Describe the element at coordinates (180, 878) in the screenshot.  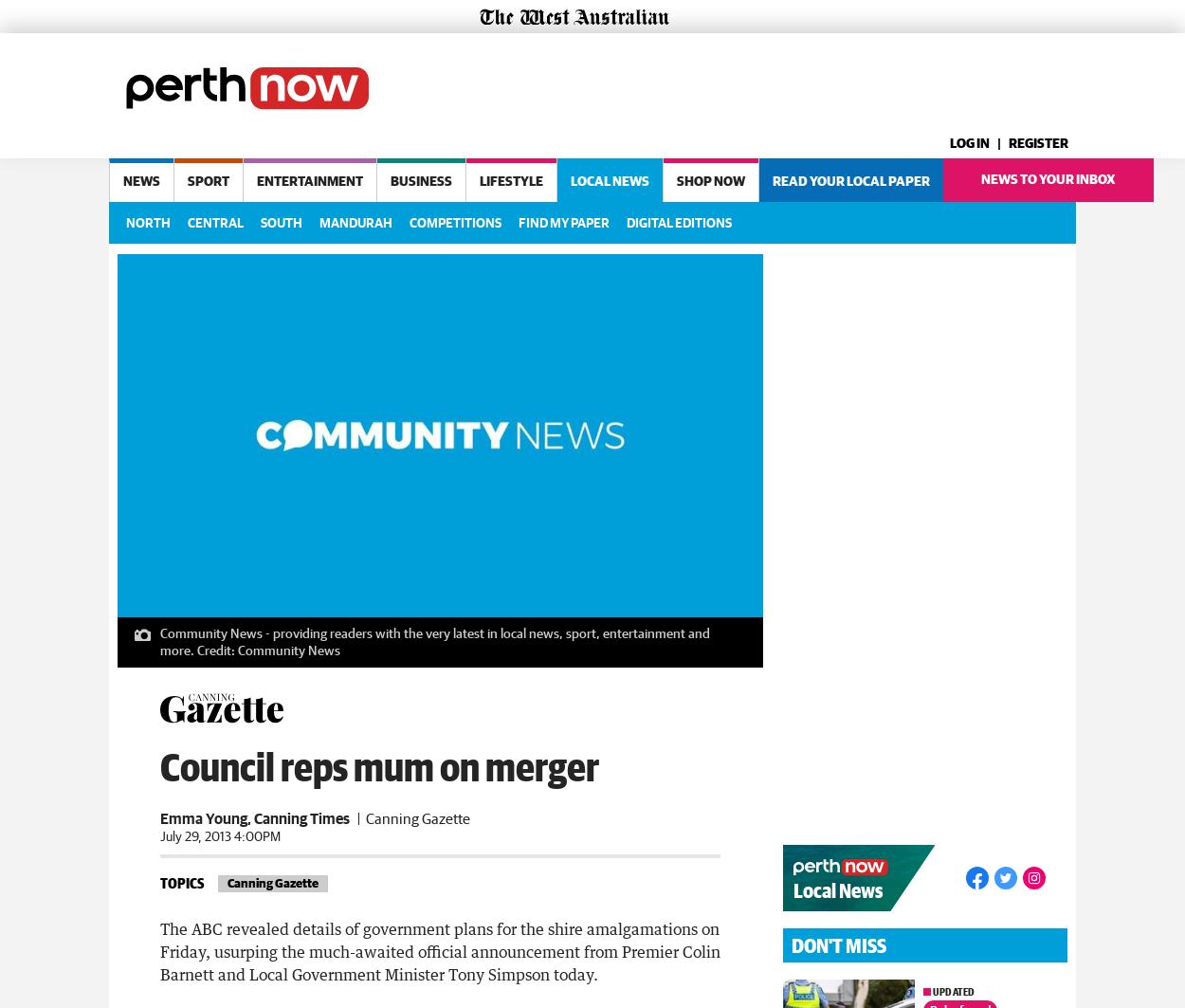
I see `'Topics'` at that location.